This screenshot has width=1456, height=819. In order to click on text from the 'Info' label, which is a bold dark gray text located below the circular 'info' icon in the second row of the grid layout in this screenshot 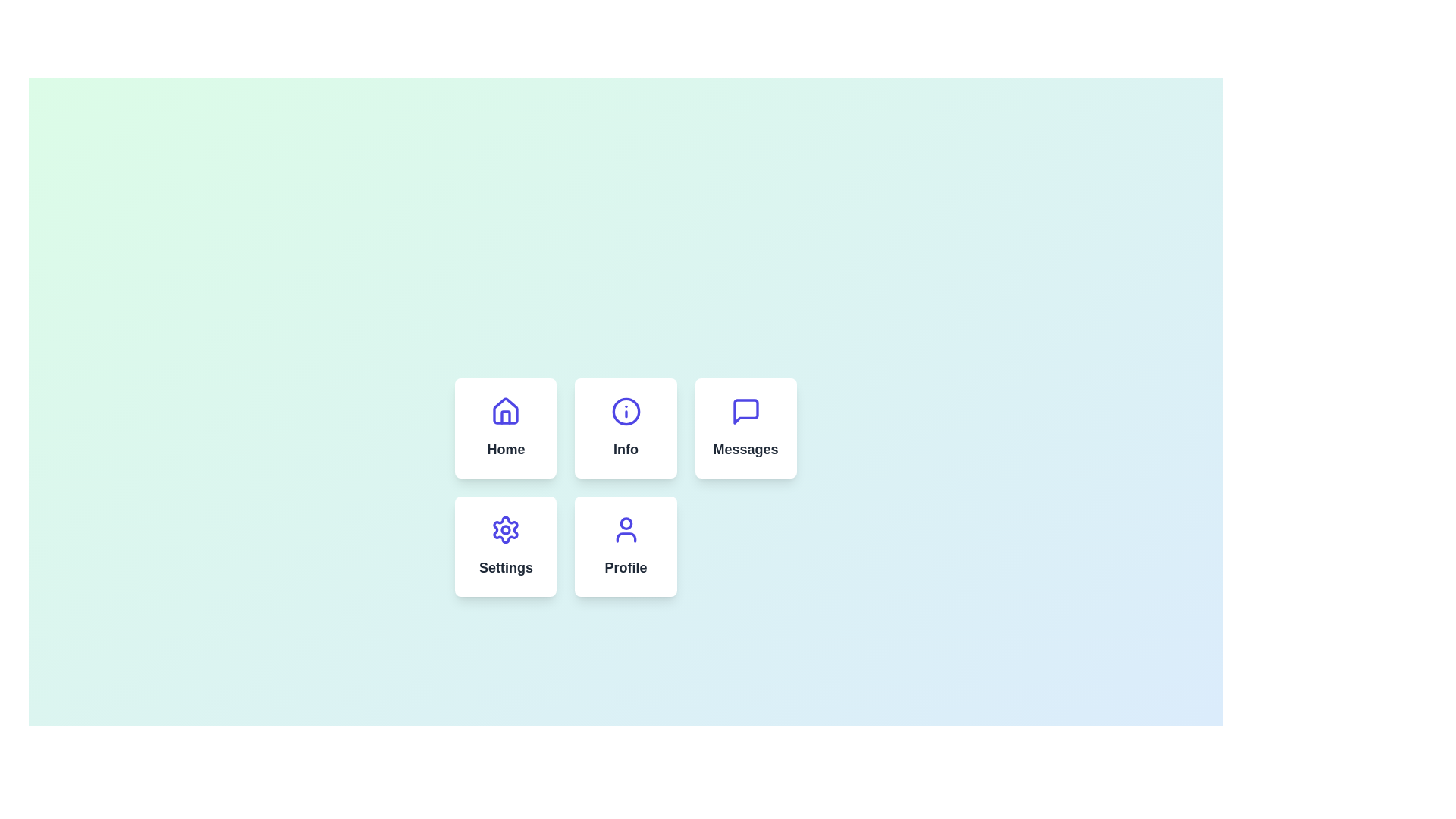, I will do `click(626, 449)`.